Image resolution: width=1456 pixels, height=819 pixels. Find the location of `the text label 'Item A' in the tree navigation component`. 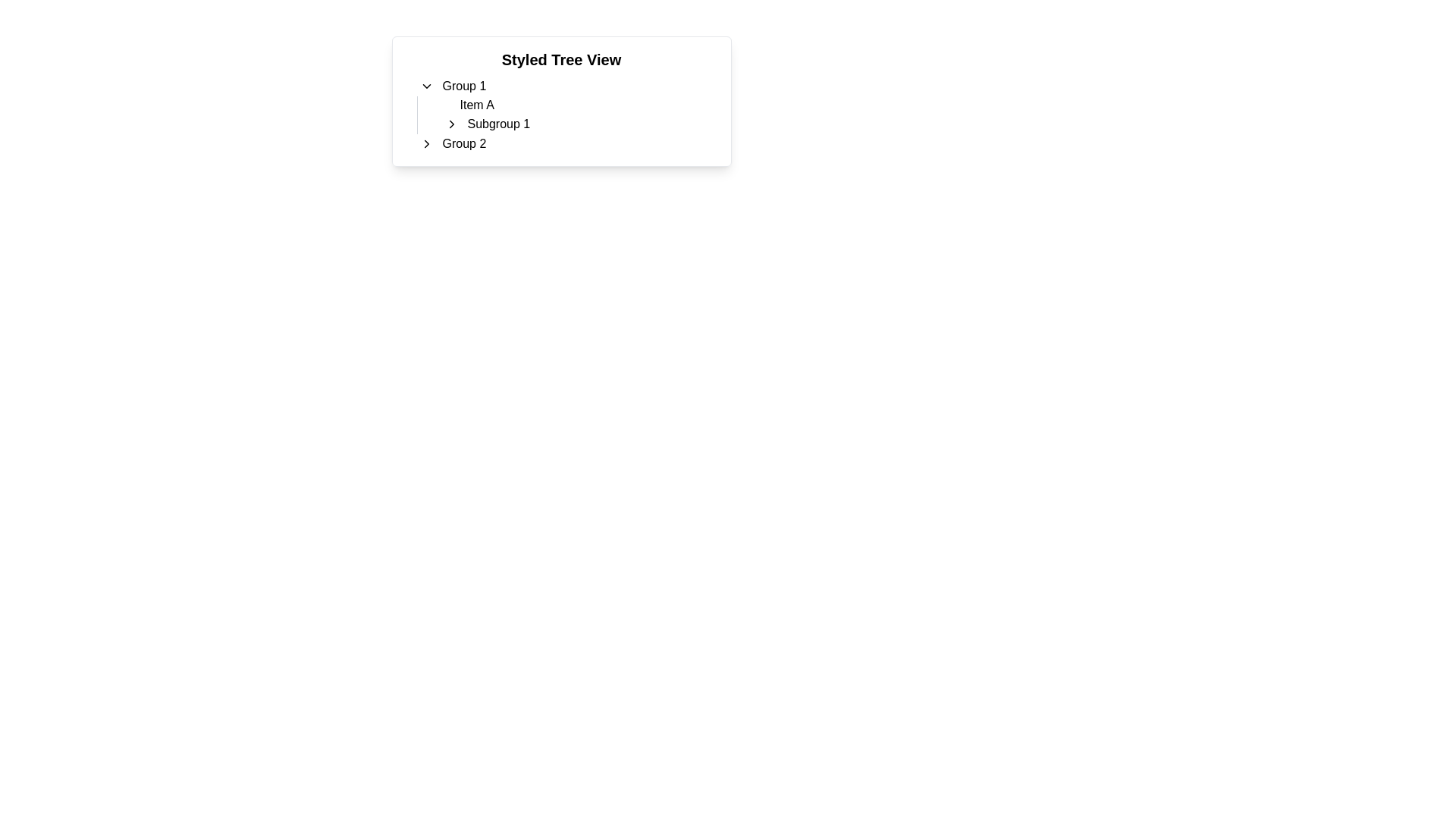

the text label 'Item A' in the tree navigation component is located at coordinates (475, 104).